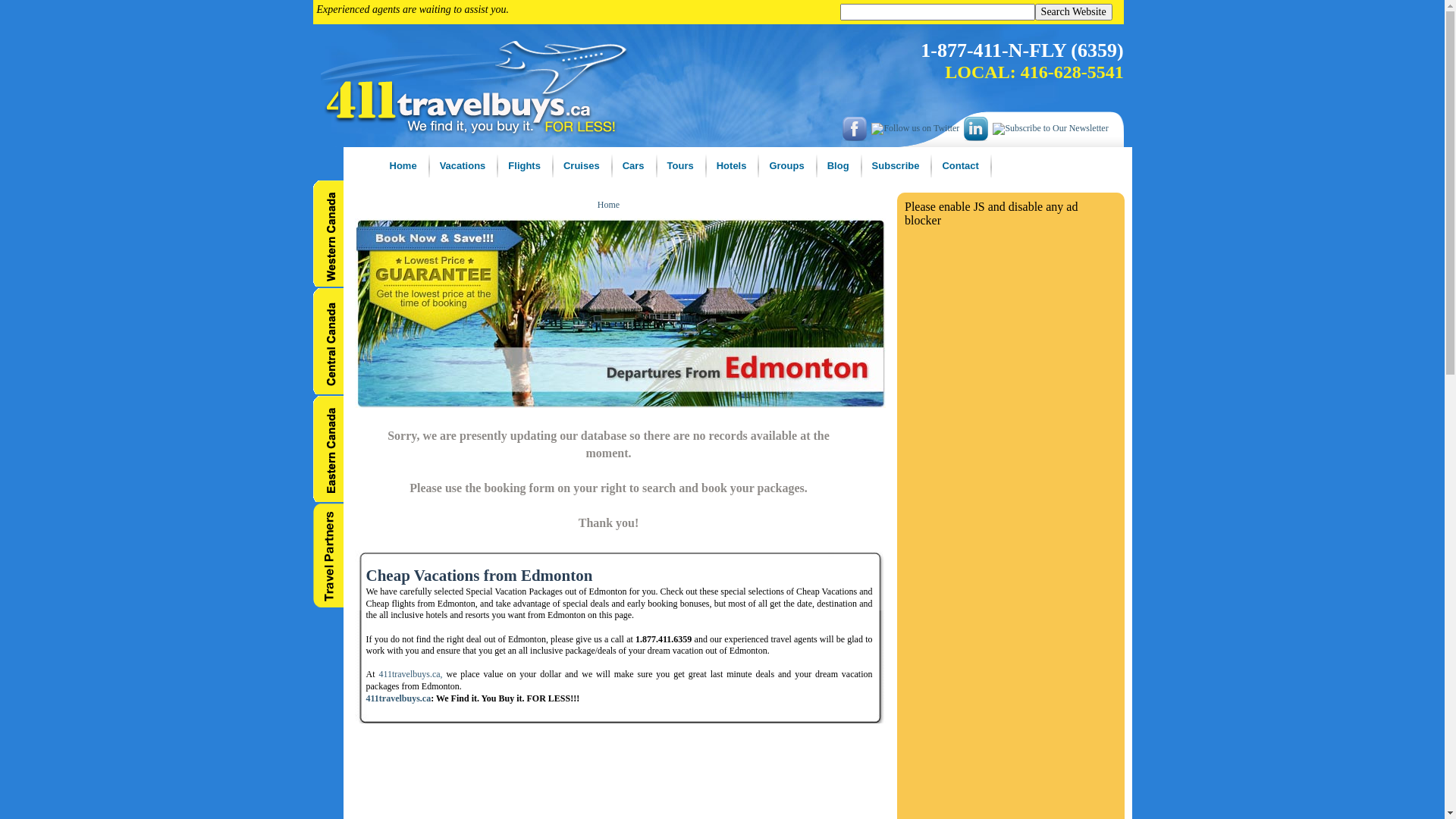  I want to click on 'Search Website', so click(1034, 11).